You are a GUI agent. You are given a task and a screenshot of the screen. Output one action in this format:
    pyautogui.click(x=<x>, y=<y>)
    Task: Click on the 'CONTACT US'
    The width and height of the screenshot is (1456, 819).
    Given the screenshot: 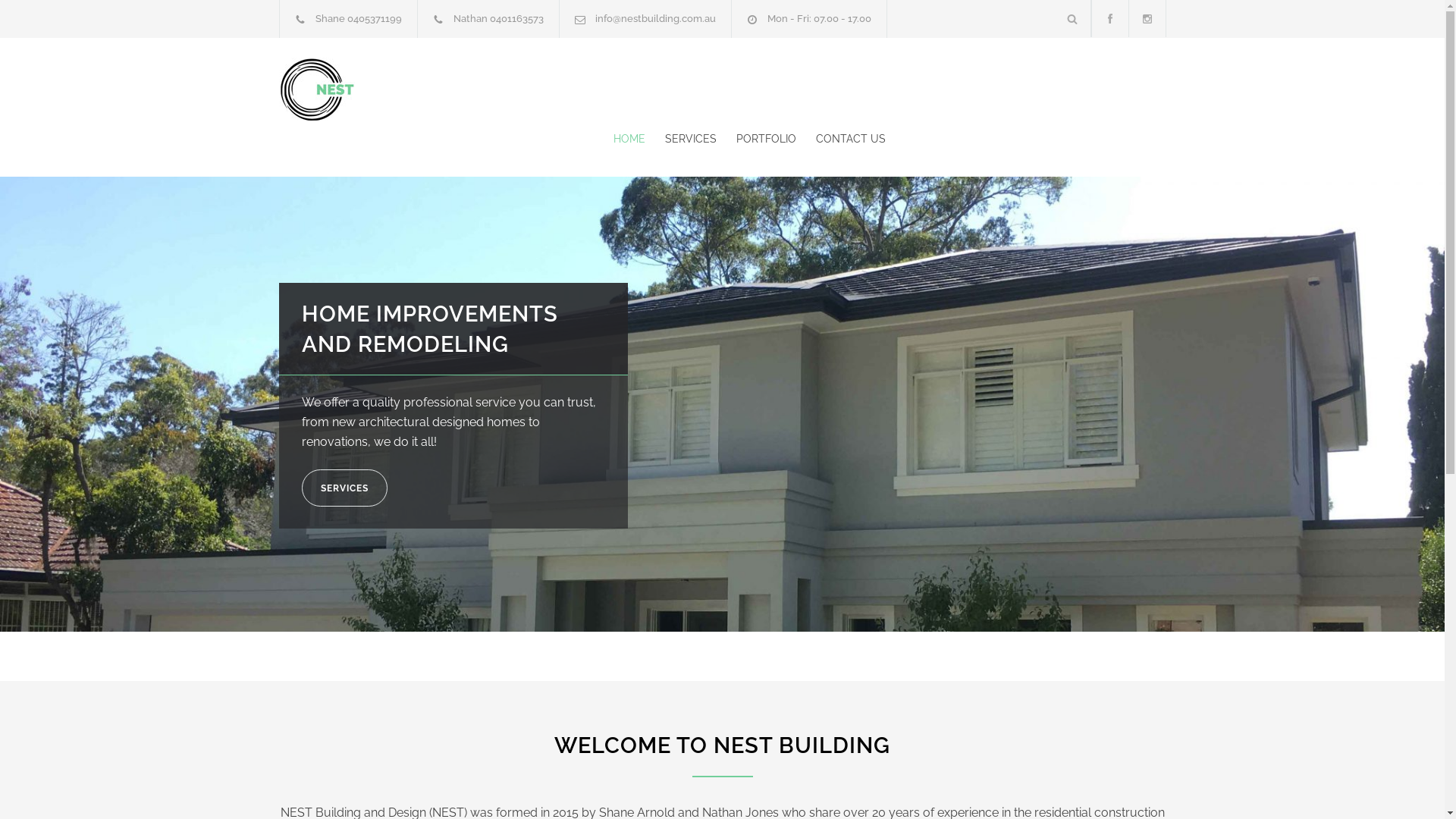 What is the action you would take?
    pyautogui.click(x=839, y=138)
    